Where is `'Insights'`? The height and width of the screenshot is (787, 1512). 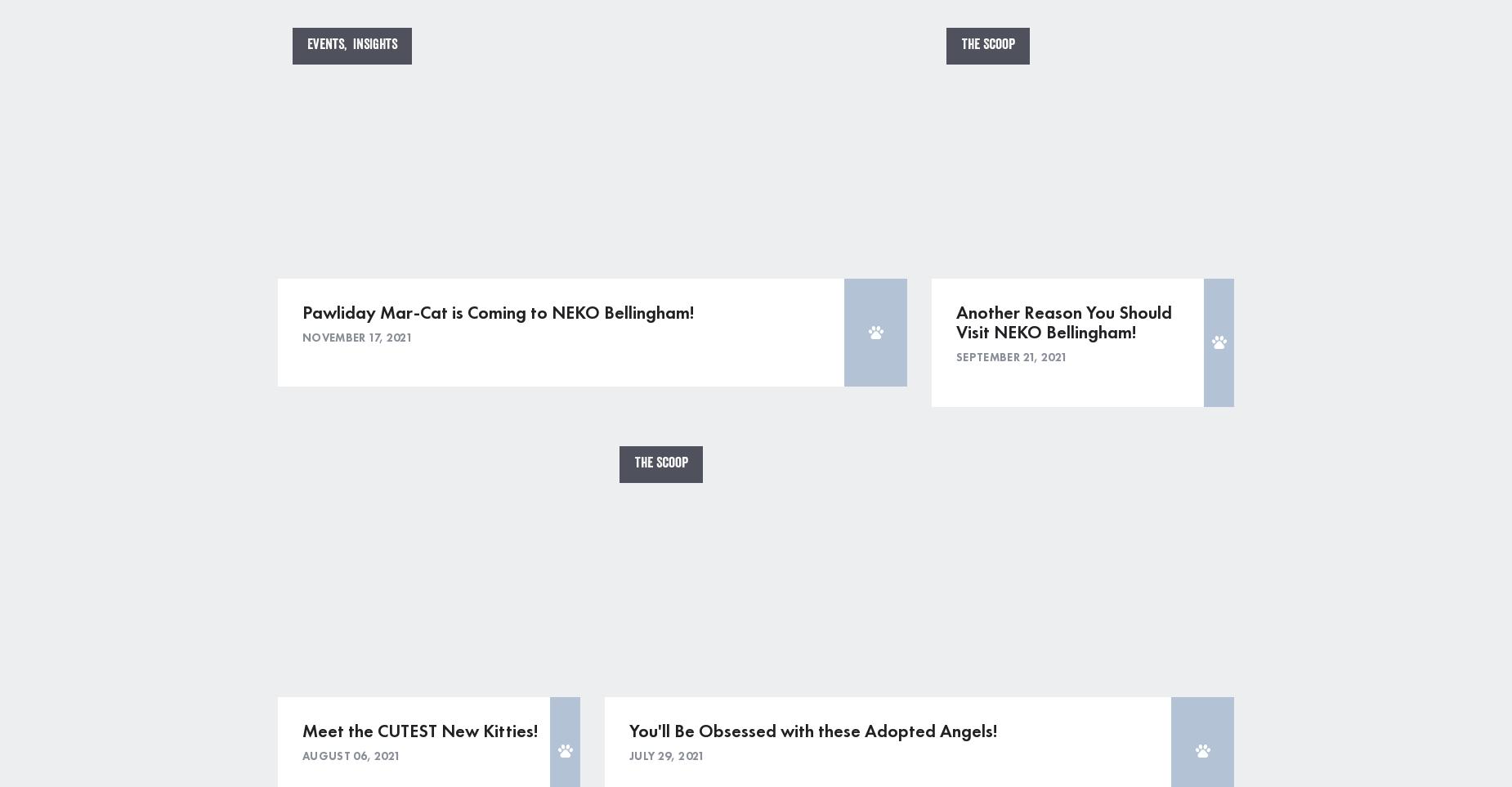
'Insights' is located at coordinates (374, 44).